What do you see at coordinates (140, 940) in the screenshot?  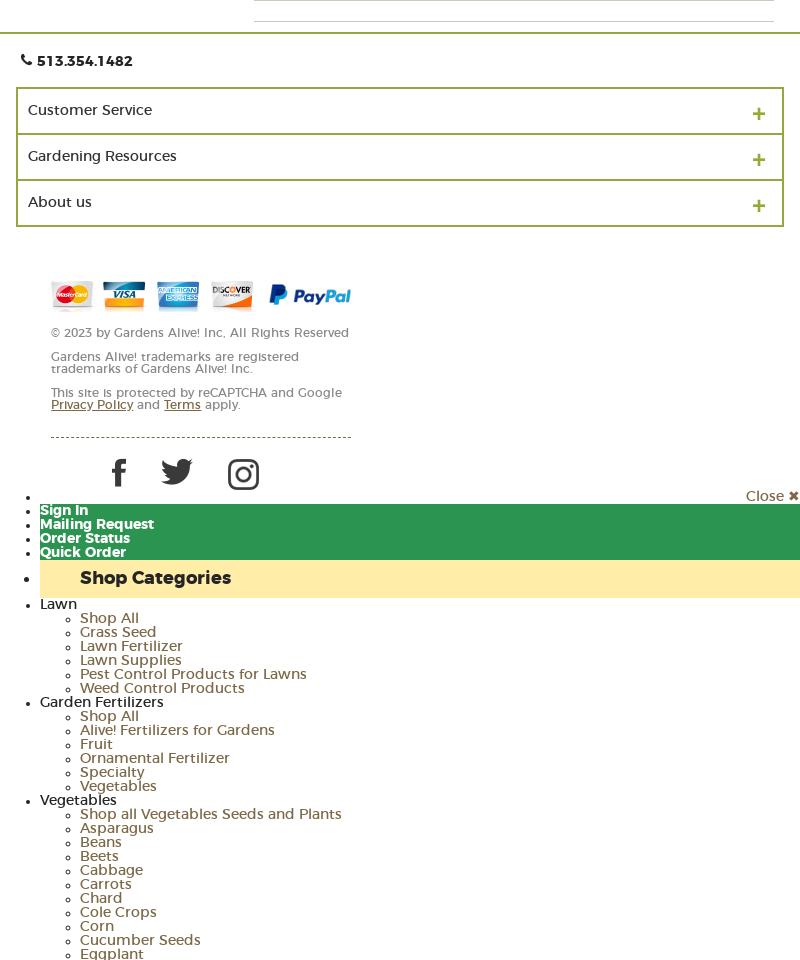 I see `'Cucumber Seeds'` at bounding box center [140, 940].